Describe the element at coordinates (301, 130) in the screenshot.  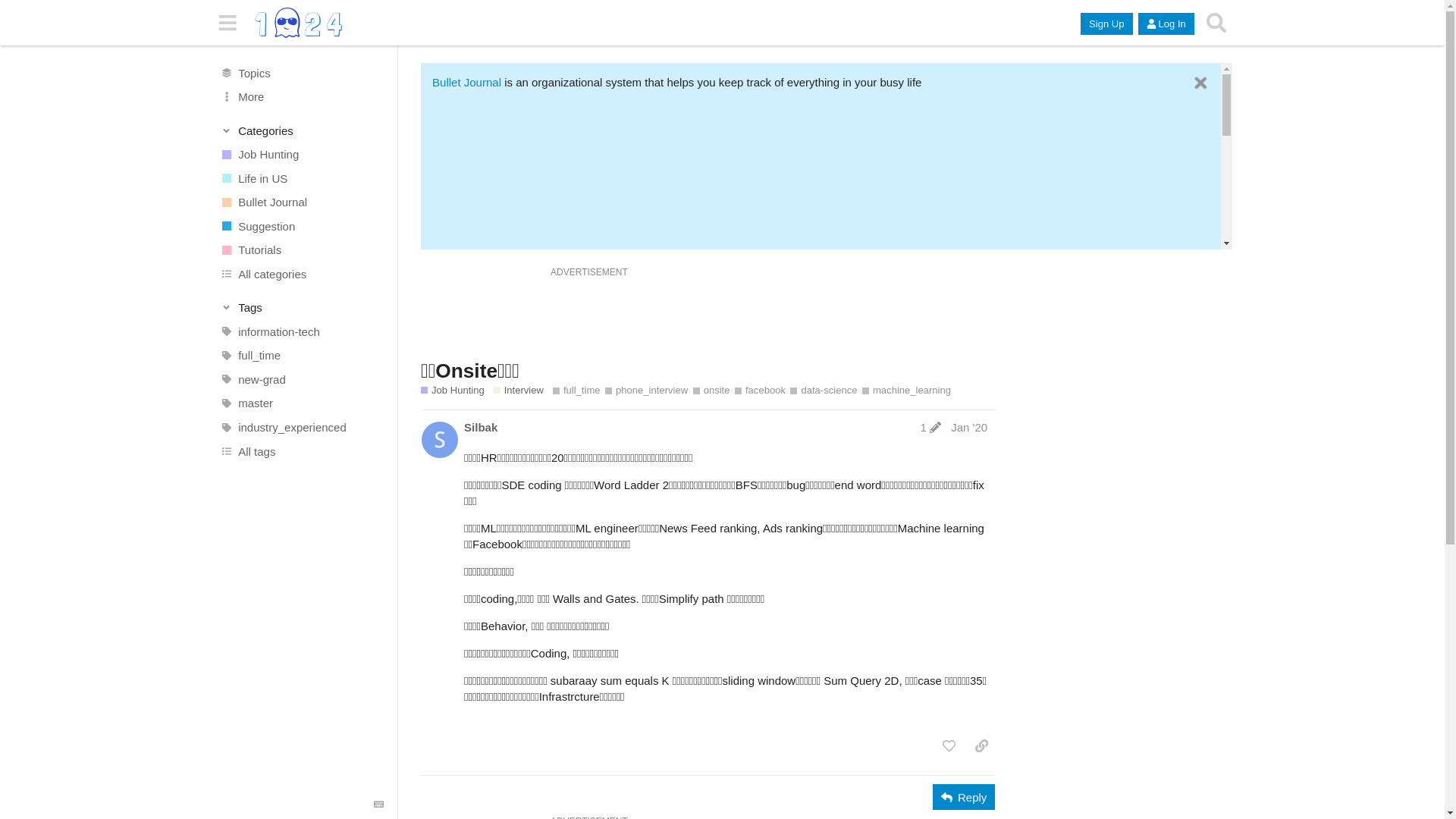
I see `'Categories'` at that location.